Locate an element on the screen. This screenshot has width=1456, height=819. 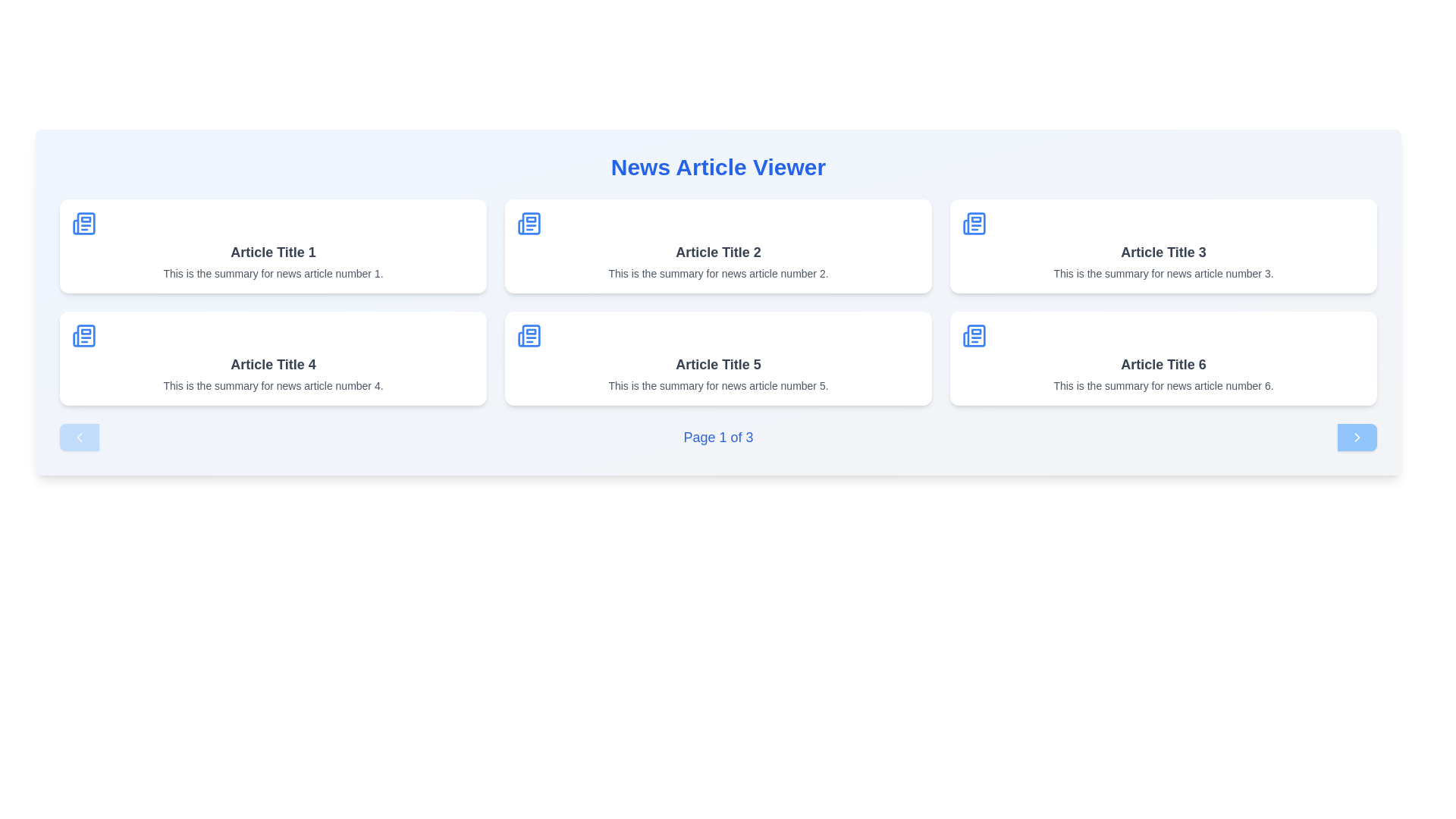
the decorative icon located at the top-left corner of the card labeled 'Article Title 3' in the 'News Article Viewer' interface, which is positioned in the top row, third column of the grid layout is located at coordinates (974, 223).